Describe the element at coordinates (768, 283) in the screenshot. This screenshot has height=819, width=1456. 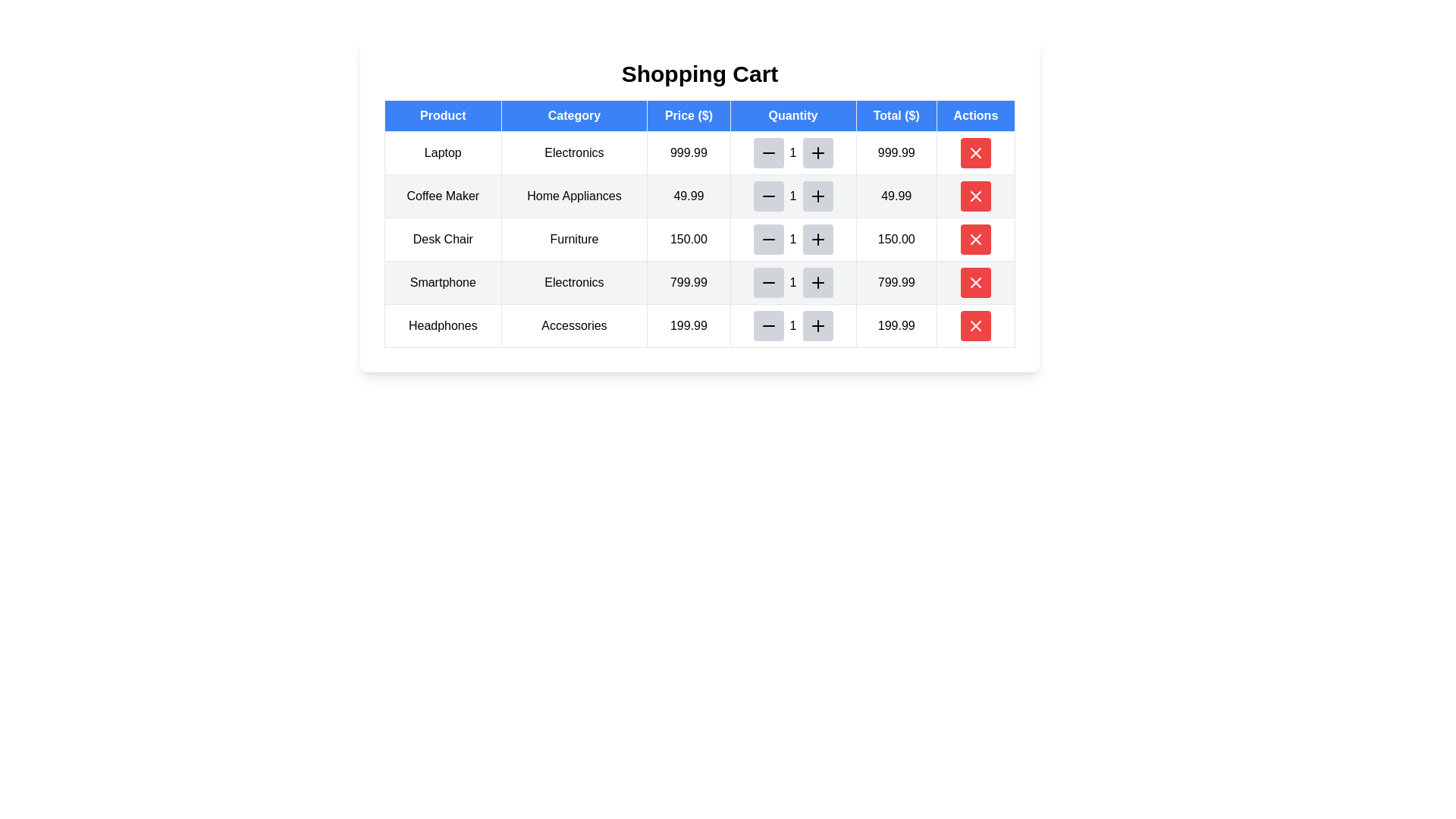
I see `the decrement button for the 'Smartphone' product by navigating via keyboard` at that location.